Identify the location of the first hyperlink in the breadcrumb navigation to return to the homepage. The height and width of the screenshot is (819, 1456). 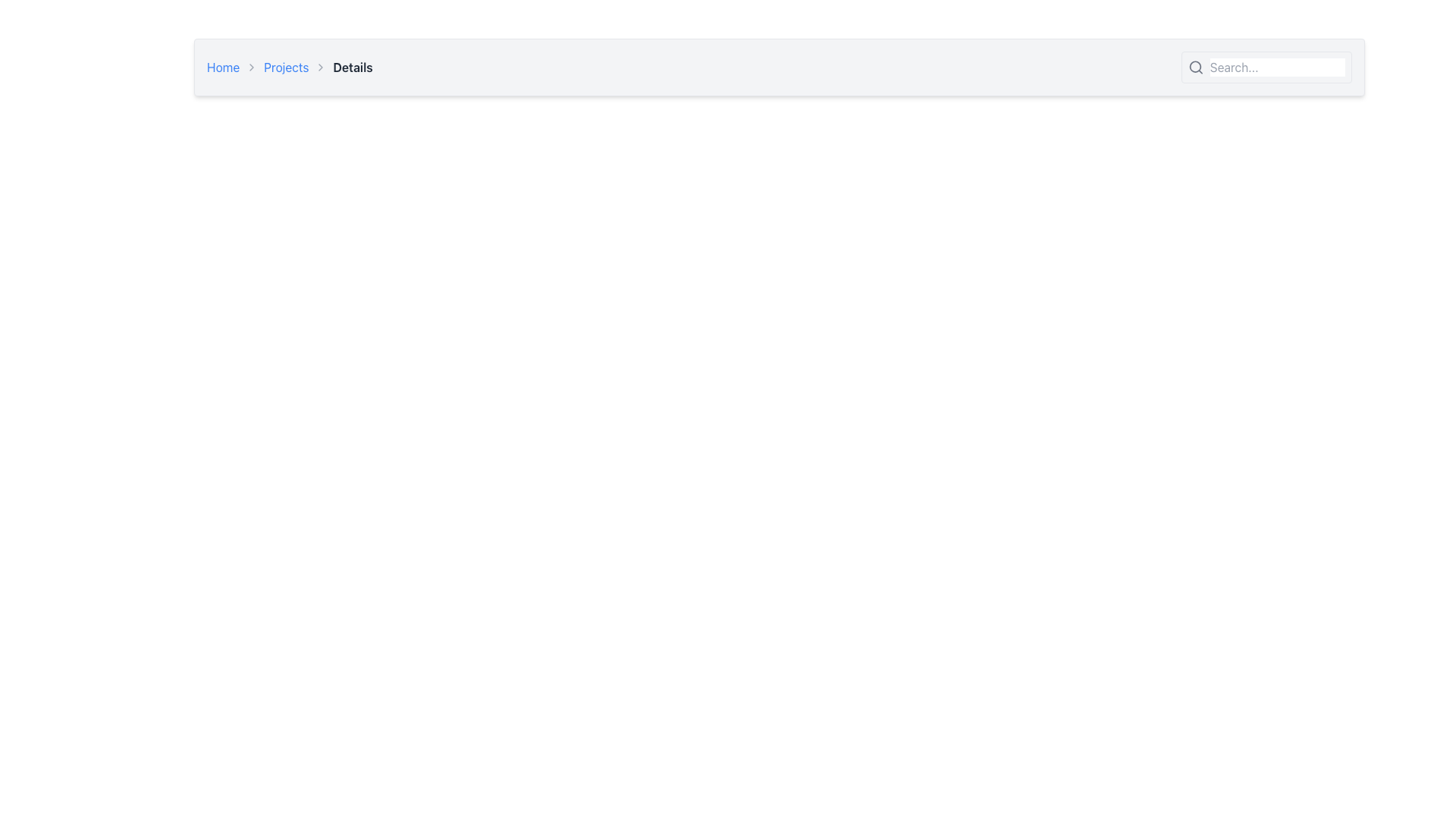
(222, 66).